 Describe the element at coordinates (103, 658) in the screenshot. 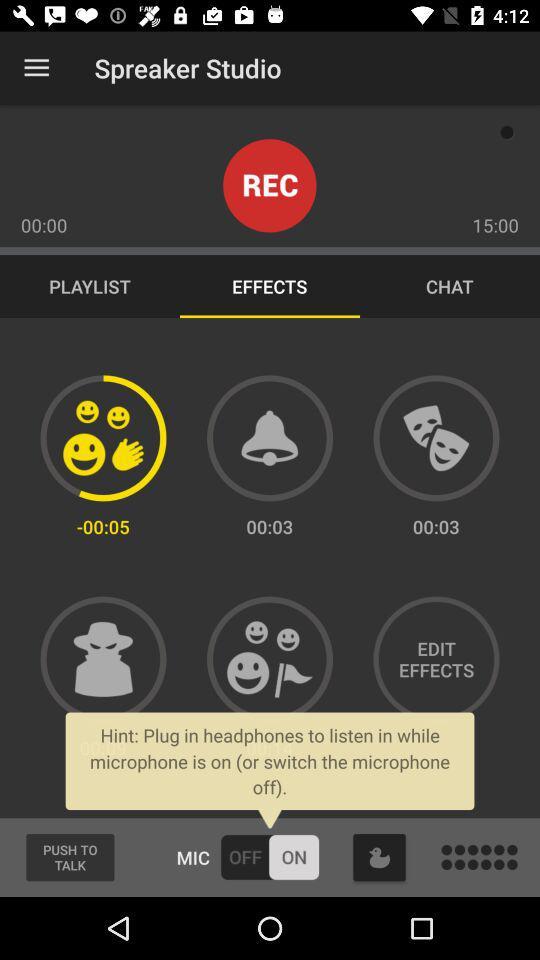

I see `choose this effect` at that location.